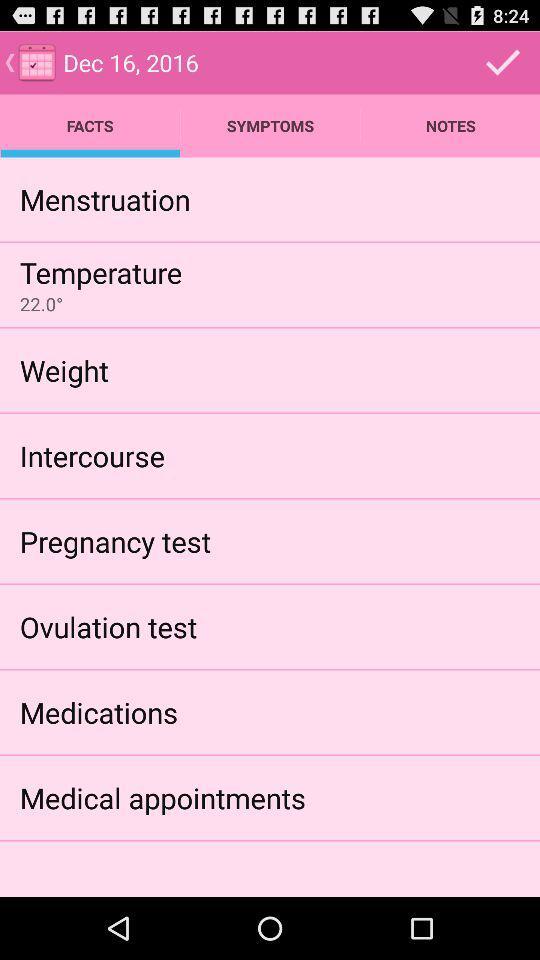  Describe the element at coordinates (115, 541) in the screenshot. I see `the icon below the intercourse app` at that location.